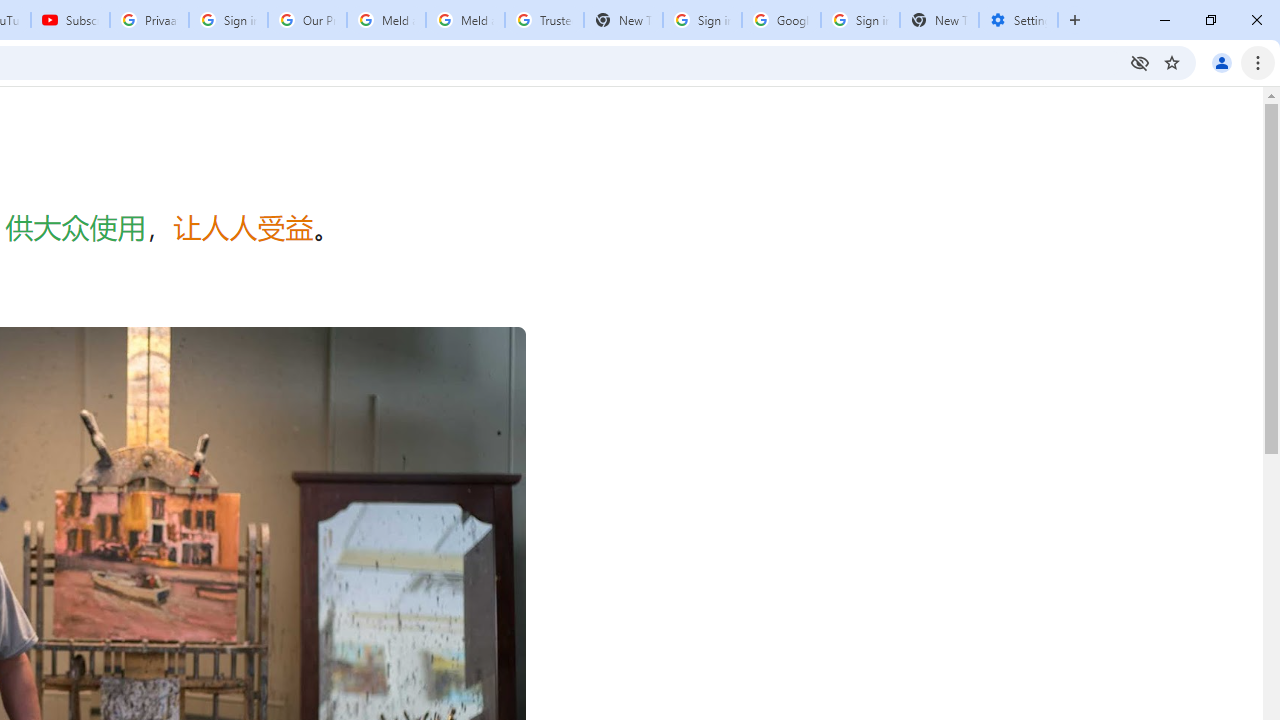 The width and height of the screenshot is (1280, 720). I want to click on 'Settings - Addresses and more', so click(1018, 20).